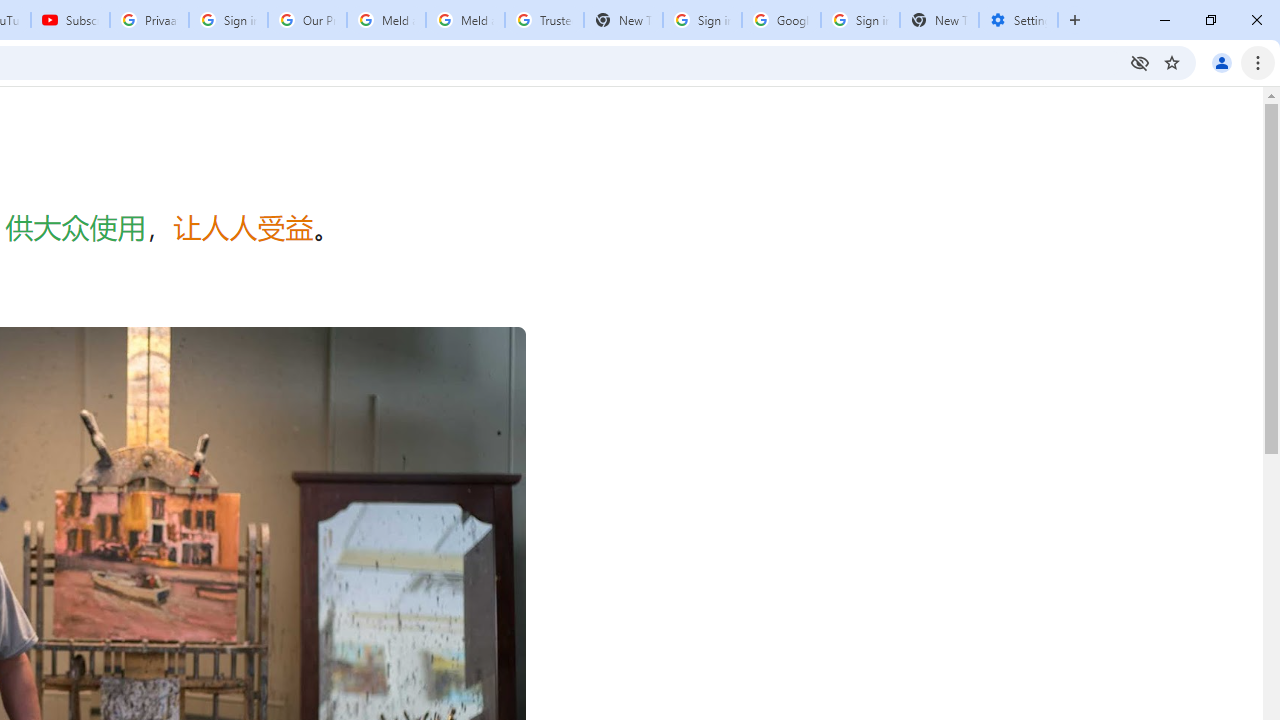 The width and height of the screenshot is (1280, 720). I want to click on 'Settings - Addresses and more', so click(1018, 20).